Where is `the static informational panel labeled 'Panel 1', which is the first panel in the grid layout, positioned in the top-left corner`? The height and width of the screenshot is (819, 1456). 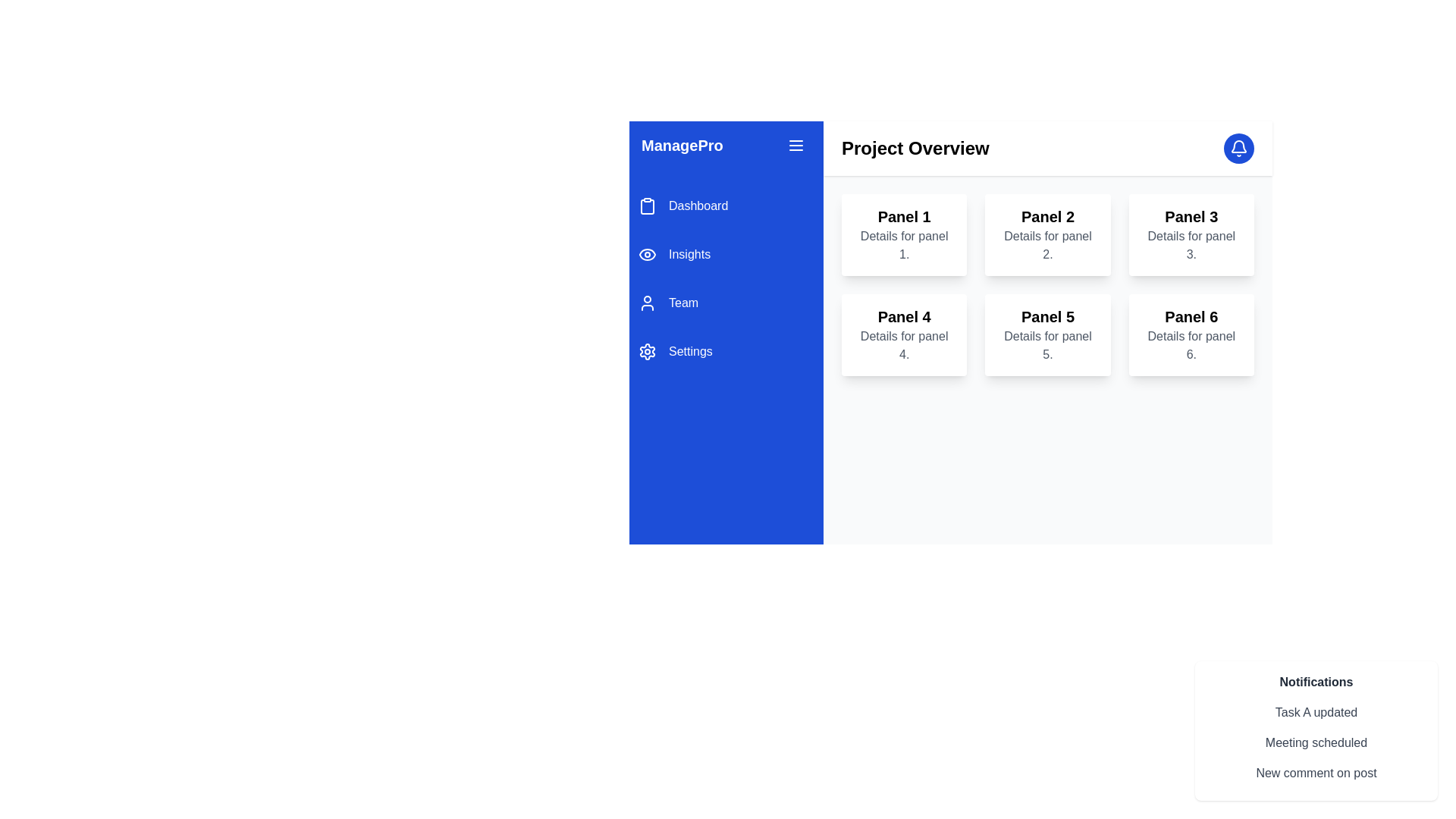
the static informational panel labeled 'Panel 1', which is the first panel in the grid layout, positioned in the top-left corner is located at coordinates (904, 234).